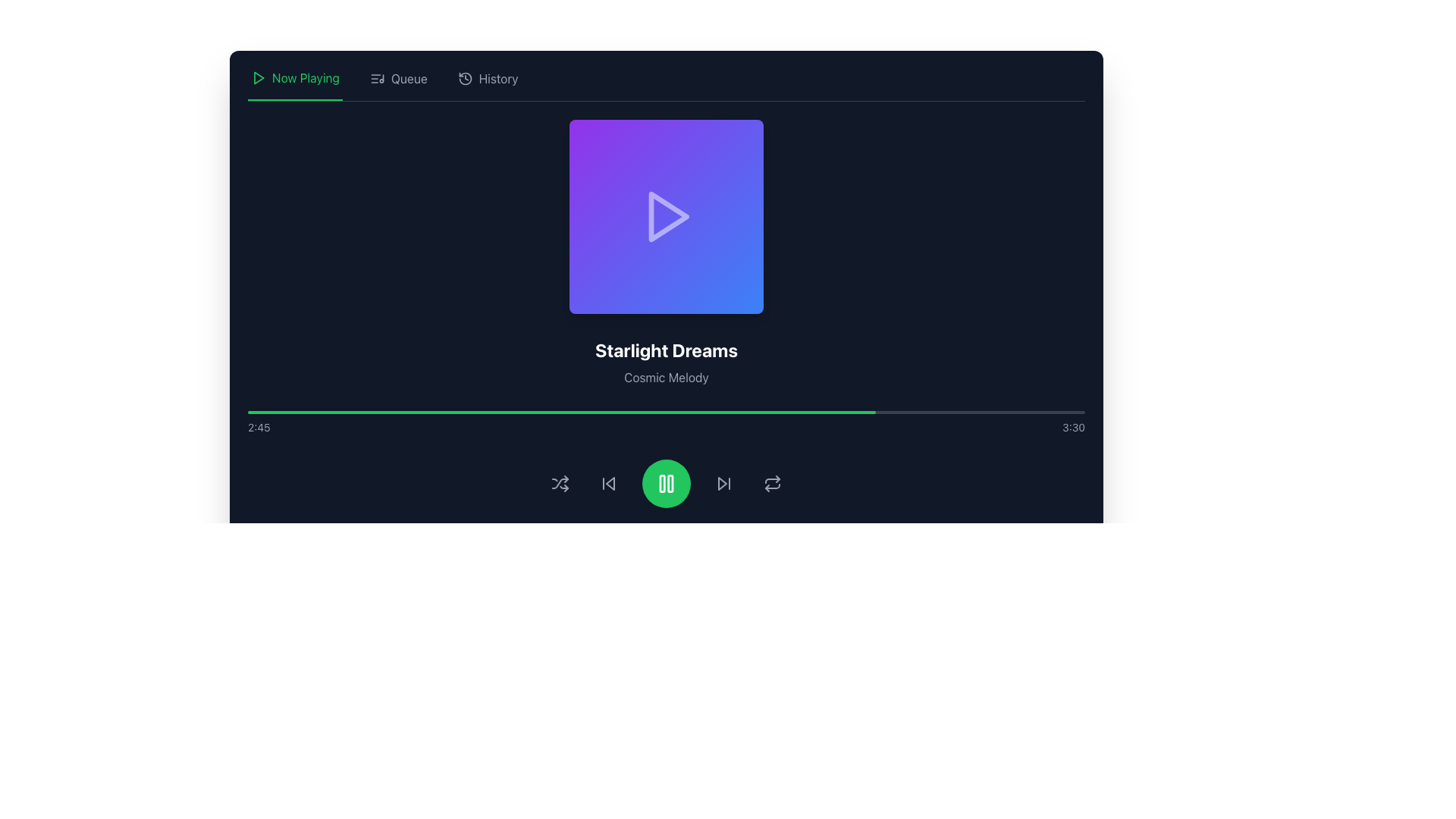  What do you see at coordinates (1026, 412) in the screenshot?
I see `the progress bar` at bounding box center [1026, 412].